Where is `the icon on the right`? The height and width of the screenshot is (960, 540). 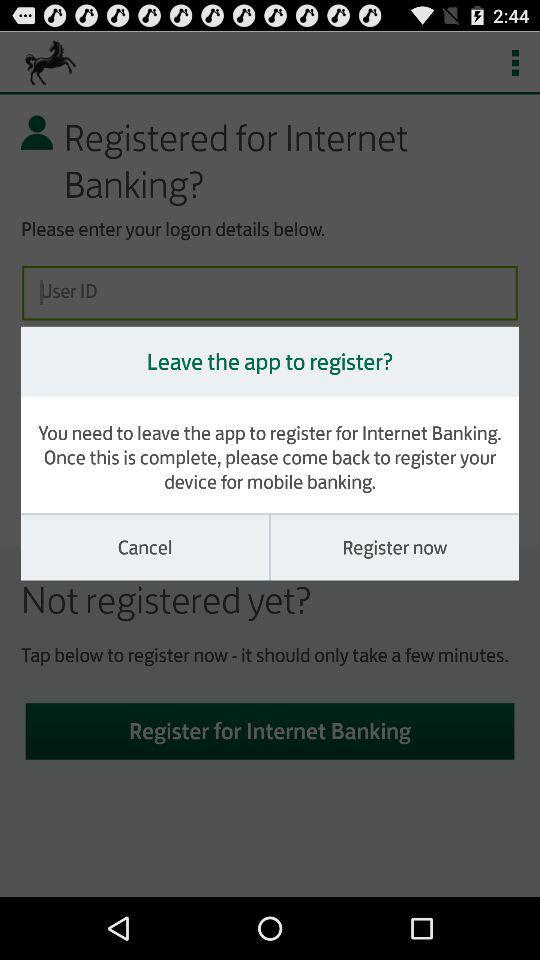
the icon on the right is located at coordinates (394, 547).